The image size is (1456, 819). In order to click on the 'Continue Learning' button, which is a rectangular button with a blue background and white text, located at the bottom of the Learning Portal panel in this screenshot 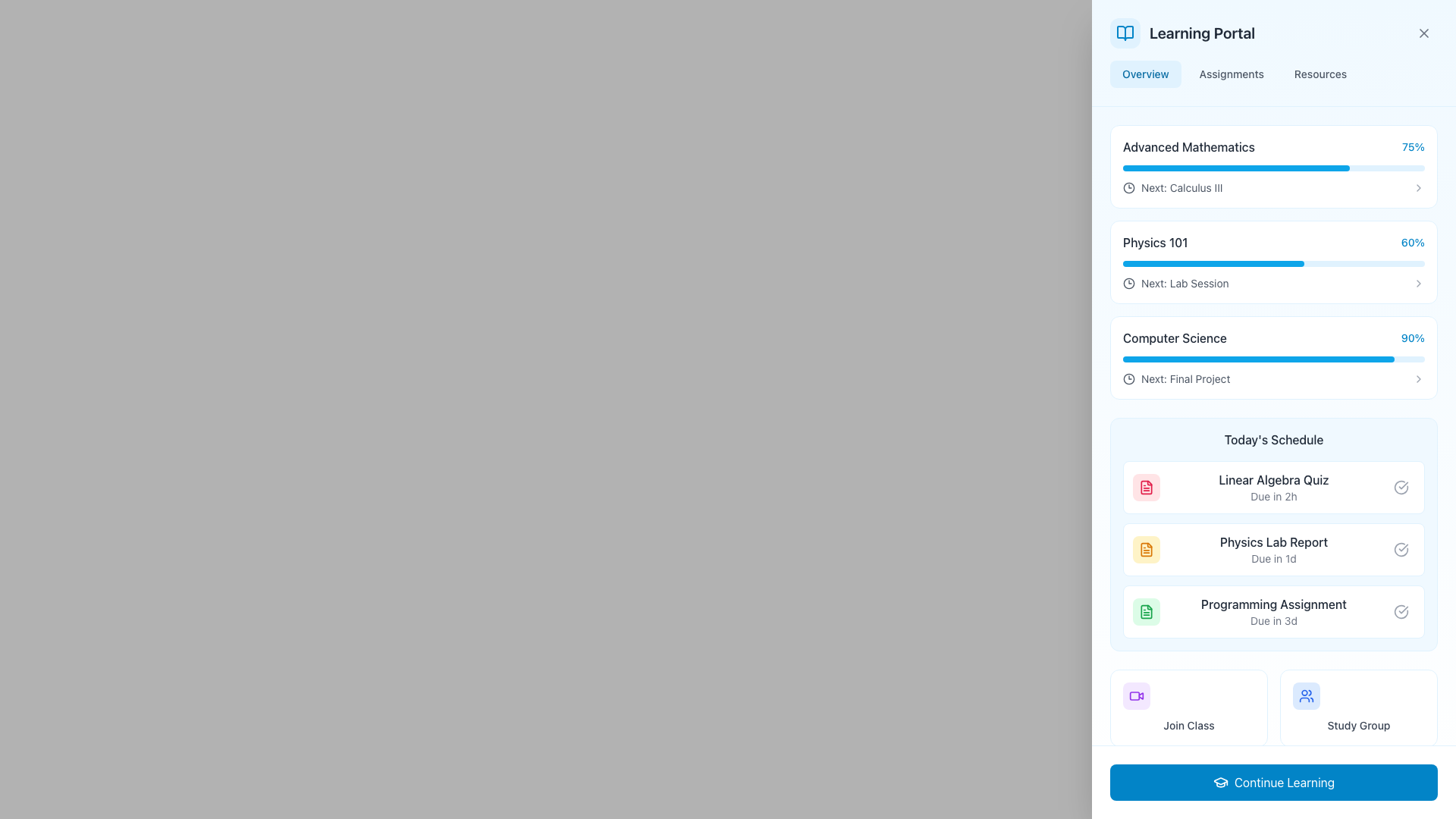, I will do `click(1306, 785)`.